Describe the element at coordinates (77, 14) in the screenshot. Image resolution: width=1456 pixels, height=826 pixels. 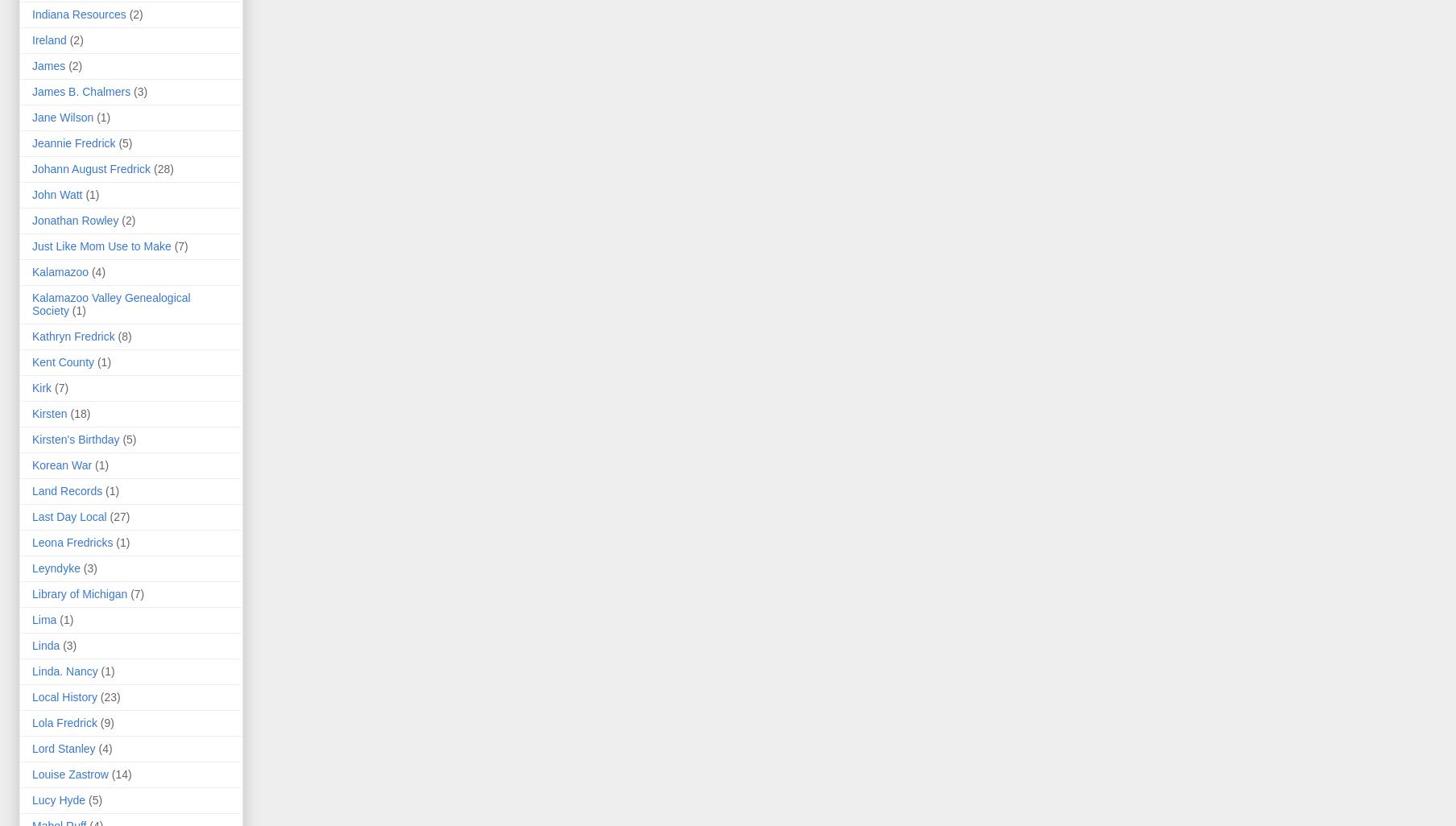
I see `'Indiana Resources'` at that location.